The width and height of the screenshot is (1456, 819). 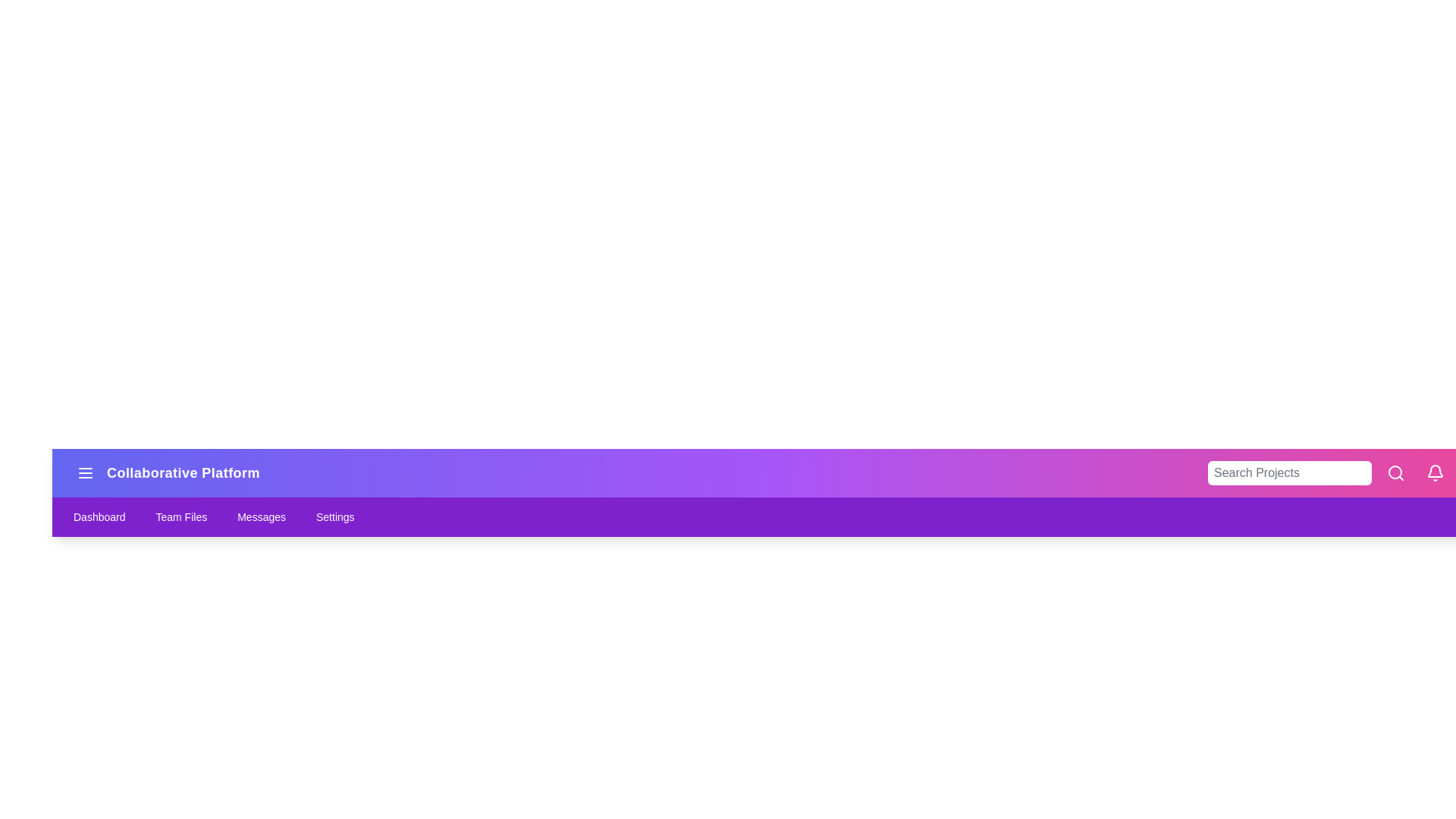 I want to click on the Navigation link located in the bottom horizontal navigation bar, which is the third item between 'Team Files' and 'Settings', so click(x=262, y=516).